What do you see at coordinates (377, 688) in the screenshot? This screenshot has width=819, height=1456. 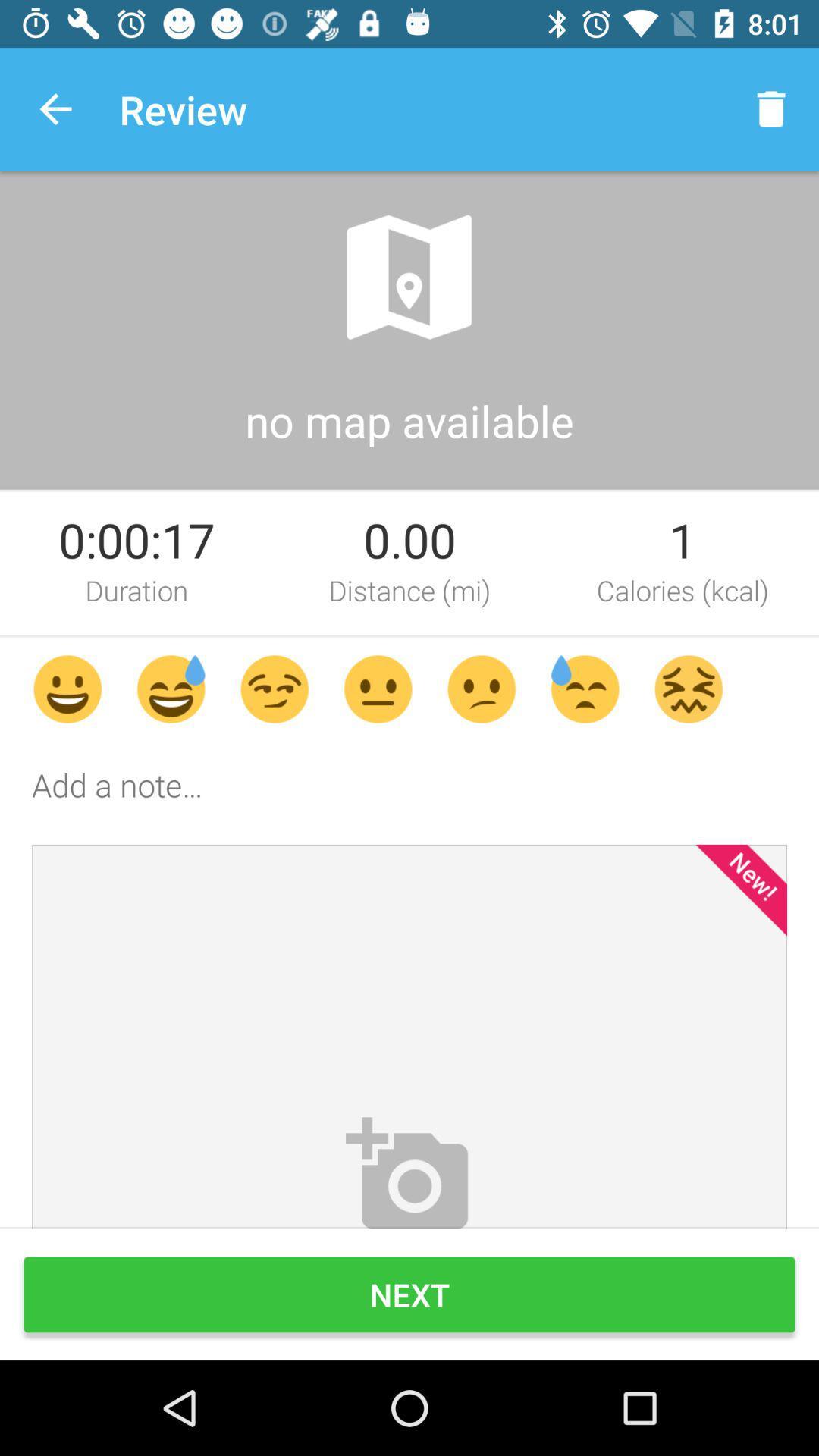 I see `the emoji icon` at bounding box center [377, 688].